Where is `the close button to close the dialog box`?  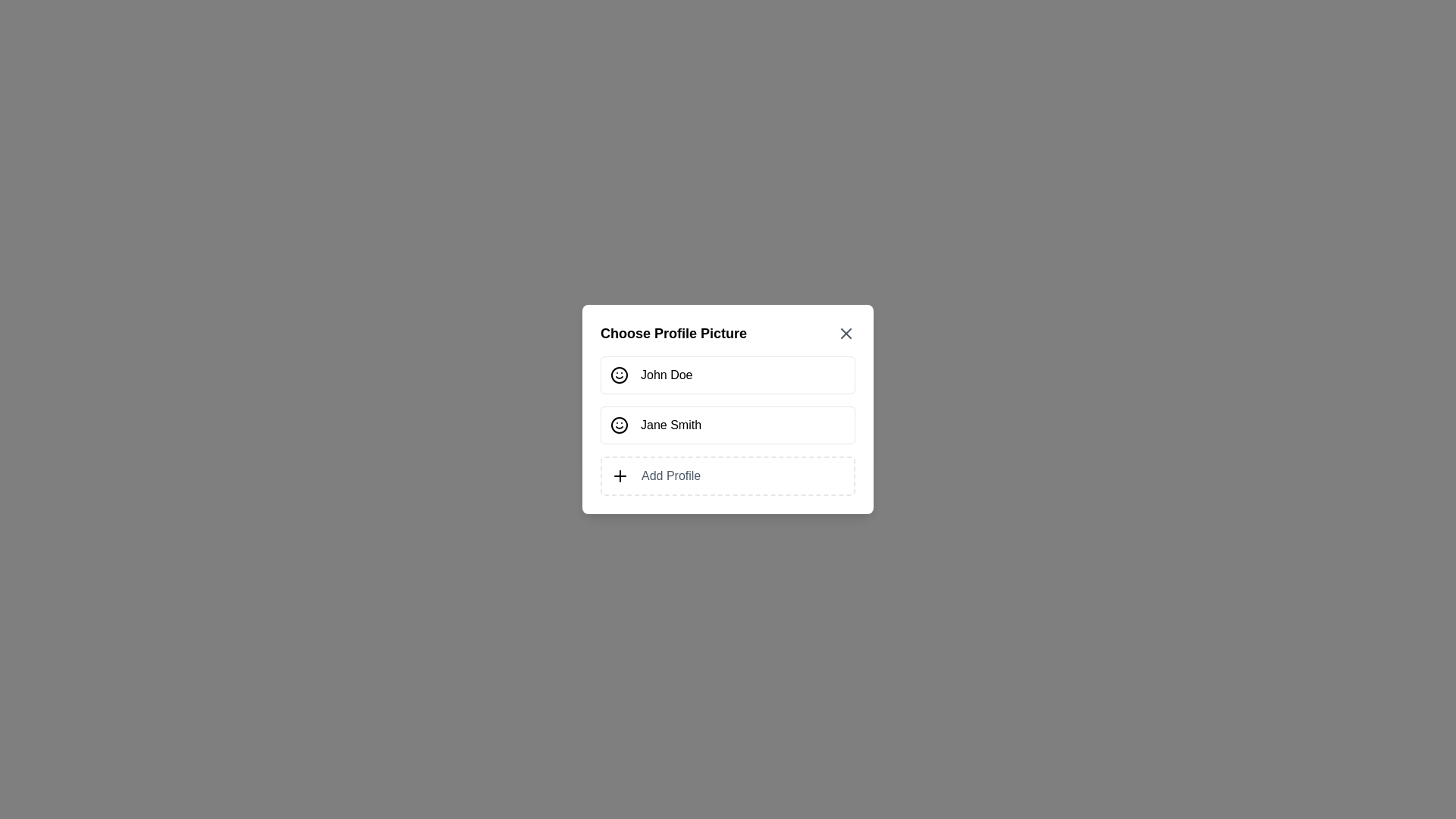 the close button to close the dialog box is located at coordinates (846, 332).